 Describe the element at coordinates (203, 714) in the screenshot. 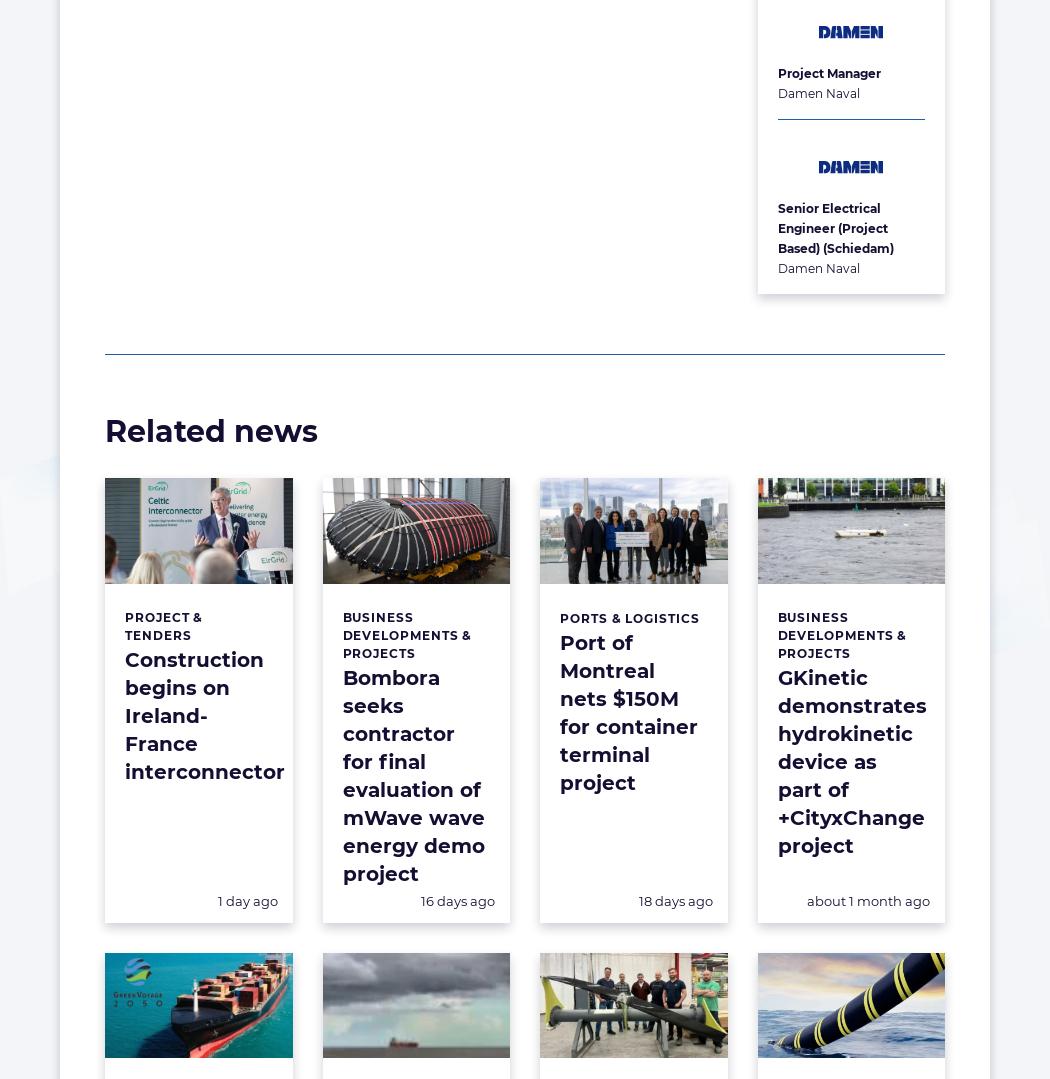

I see `'Construction begins on Ireland-France interconnector'` at that location.